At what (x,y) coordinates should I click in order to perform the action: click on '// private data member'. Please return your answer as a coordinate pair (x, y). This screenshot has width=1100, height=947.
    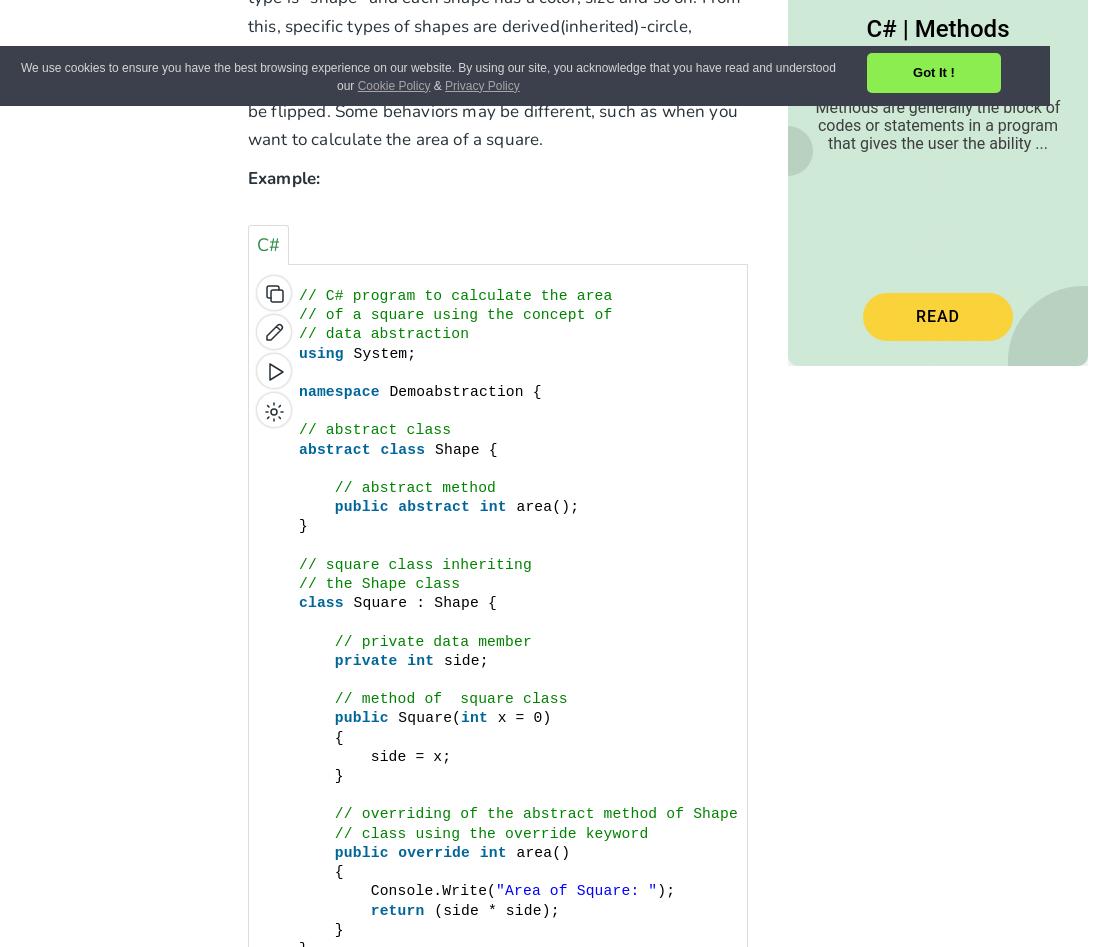
    Looking at the image, I should click on (431, 641).